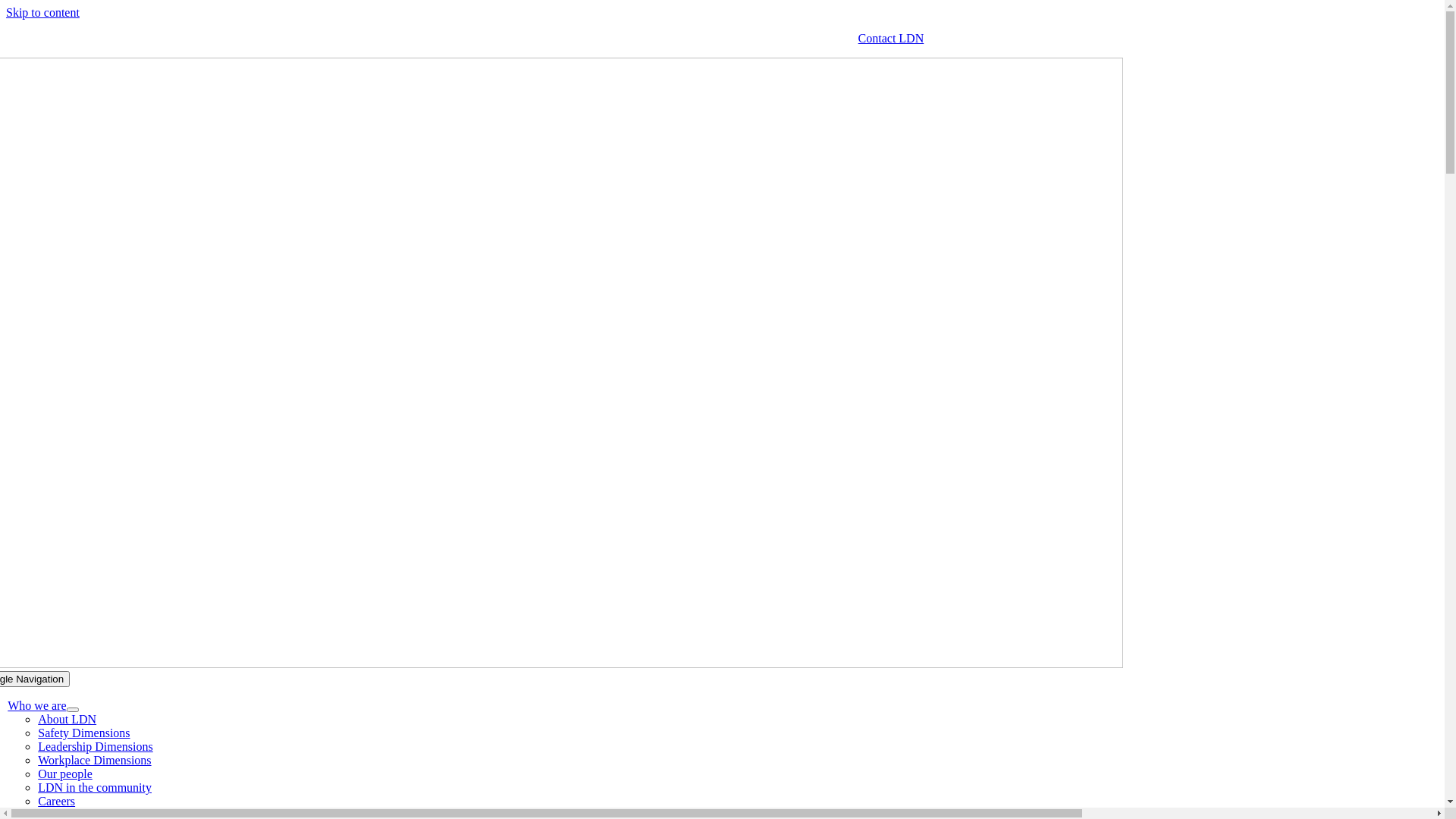  What do you see at coordinates (66, 718) in the screenshot?
I see `'About LDN'` at bounding box center [66, 718].